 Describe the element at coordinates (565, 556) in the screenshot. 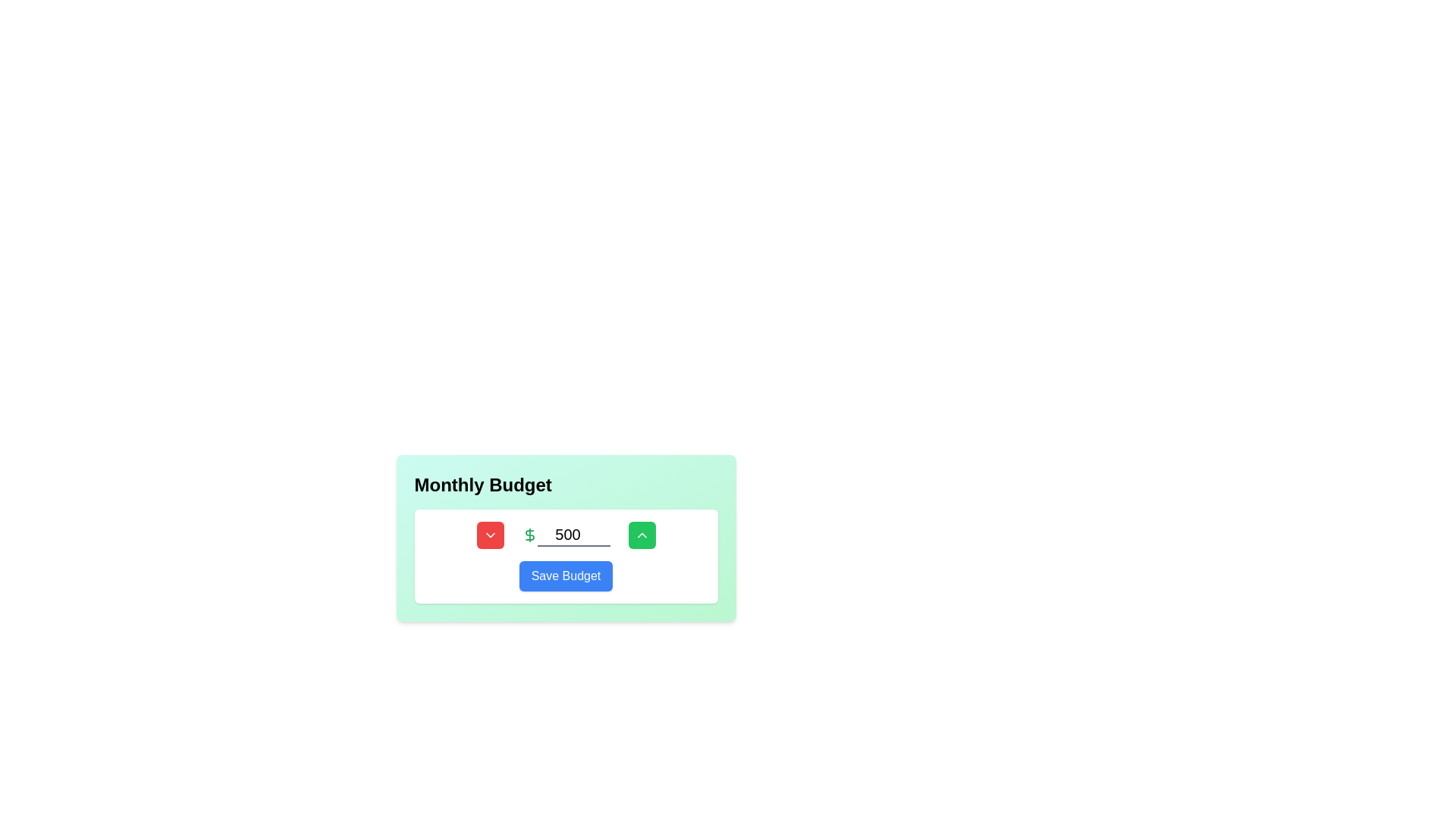

I see `the 'Save' button located within the 'Monthly Budget' card component` at that location.